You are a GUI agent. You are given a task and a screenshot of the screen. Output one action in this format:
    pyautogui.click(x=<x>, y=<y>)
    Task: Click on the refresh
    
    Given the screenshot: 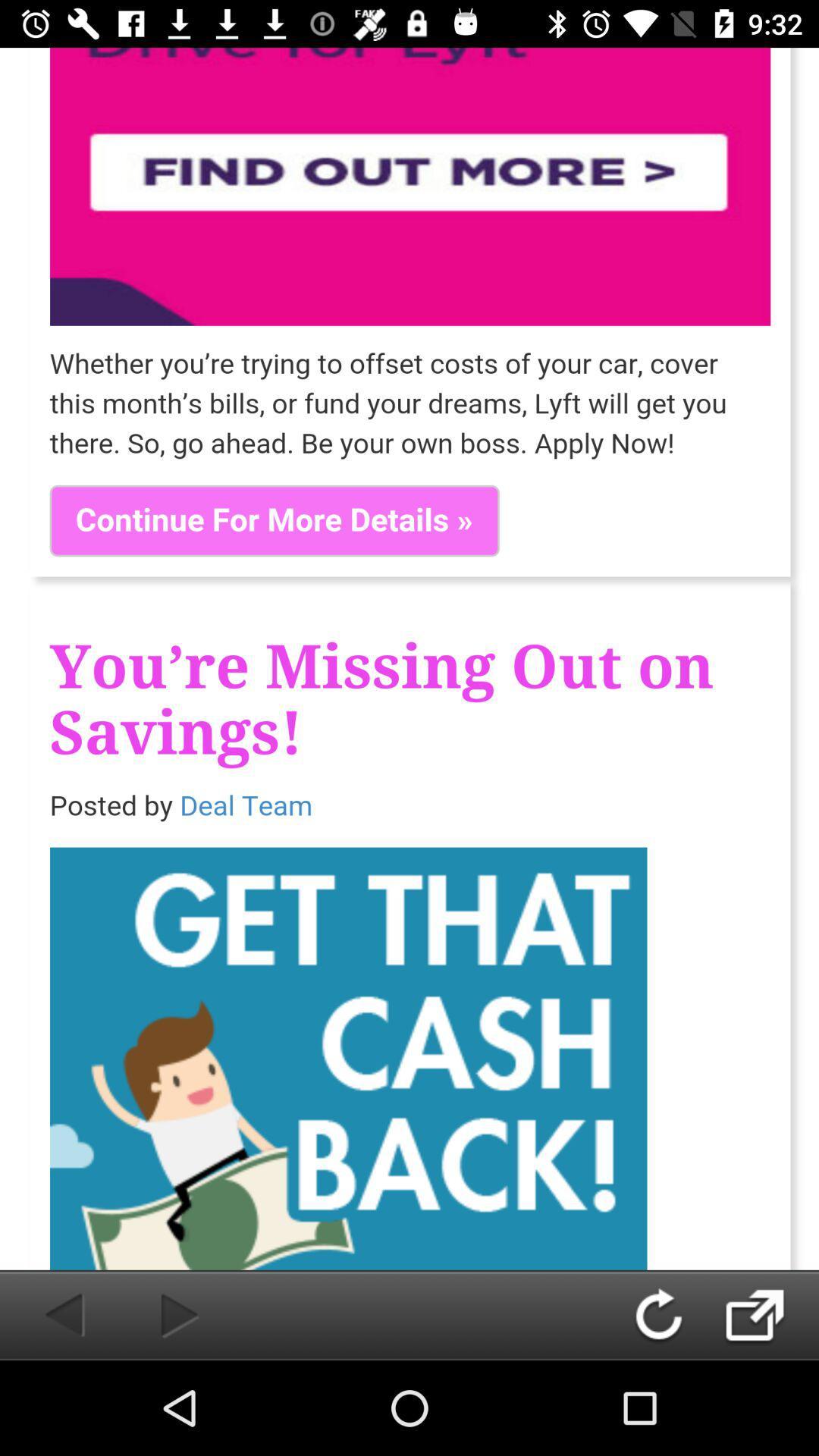 What is the action you would take?
    pyautogui.click(x=673, y=1314)
    